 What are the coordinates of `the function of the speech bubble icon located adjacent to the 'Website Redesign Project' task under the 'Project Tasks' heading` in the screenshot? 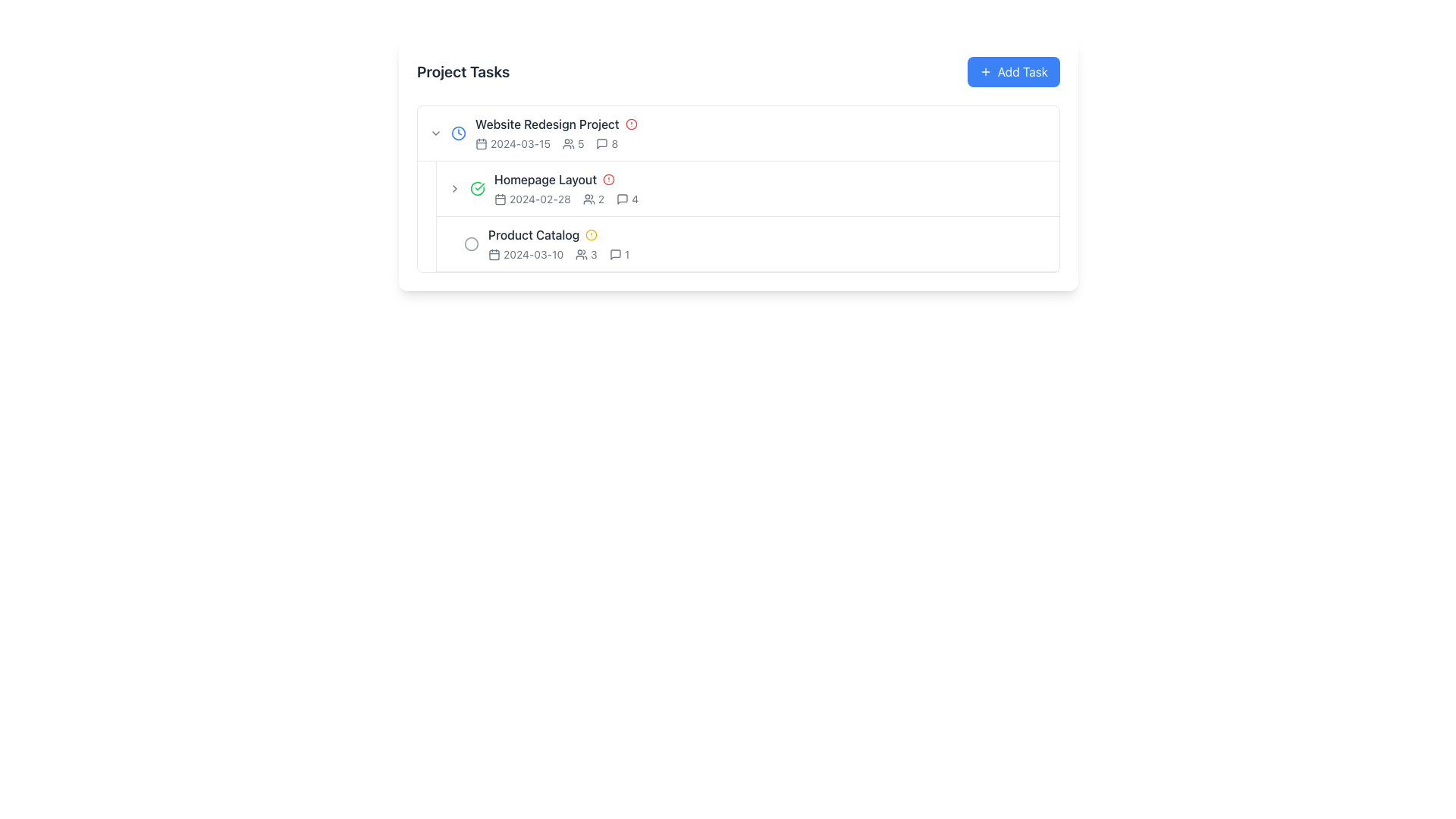 It's located at (601, 143).